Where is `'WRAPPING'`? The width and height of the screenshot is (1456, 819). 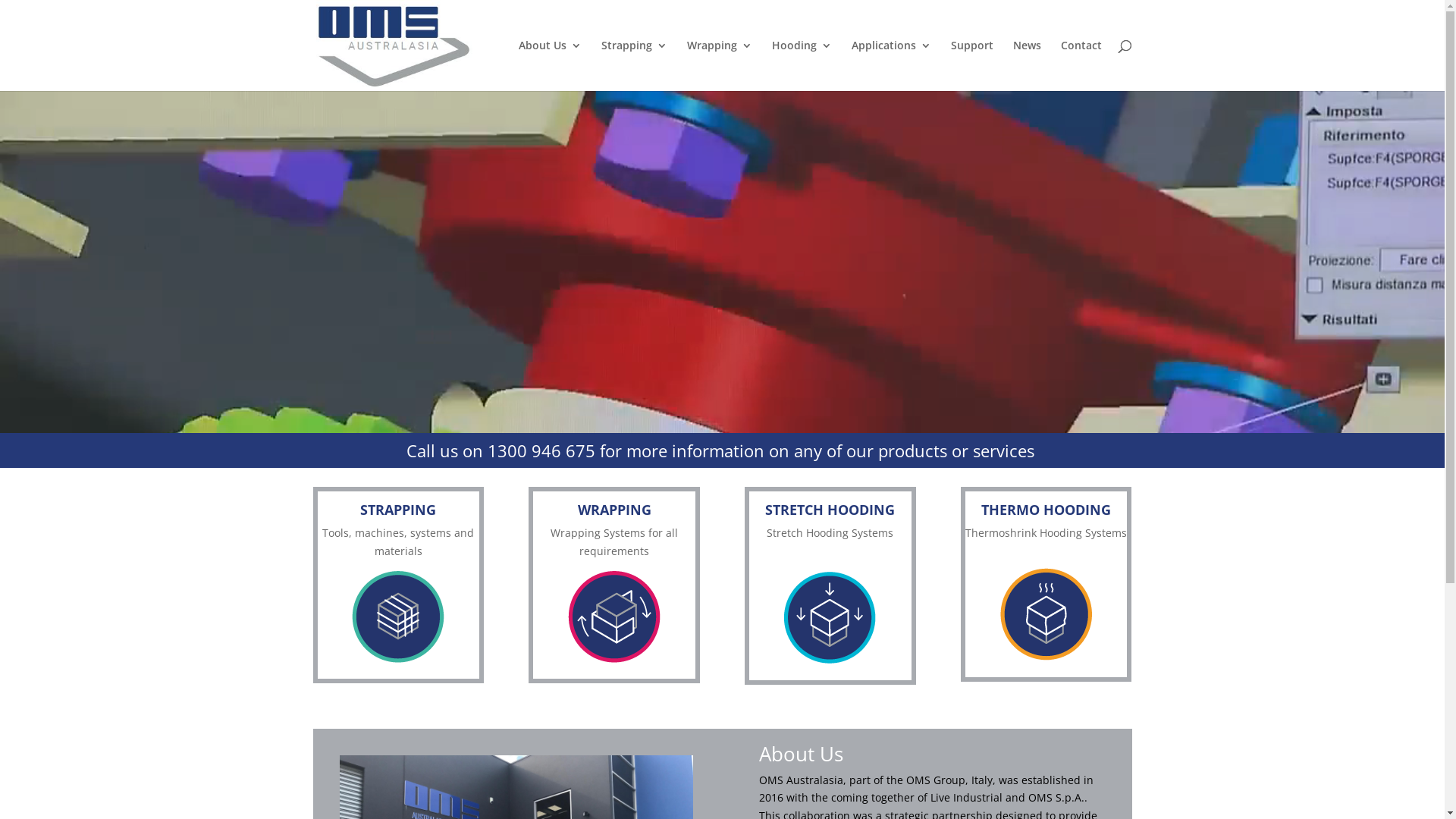
'WRAPPING' is located at coordinates (577, 509).